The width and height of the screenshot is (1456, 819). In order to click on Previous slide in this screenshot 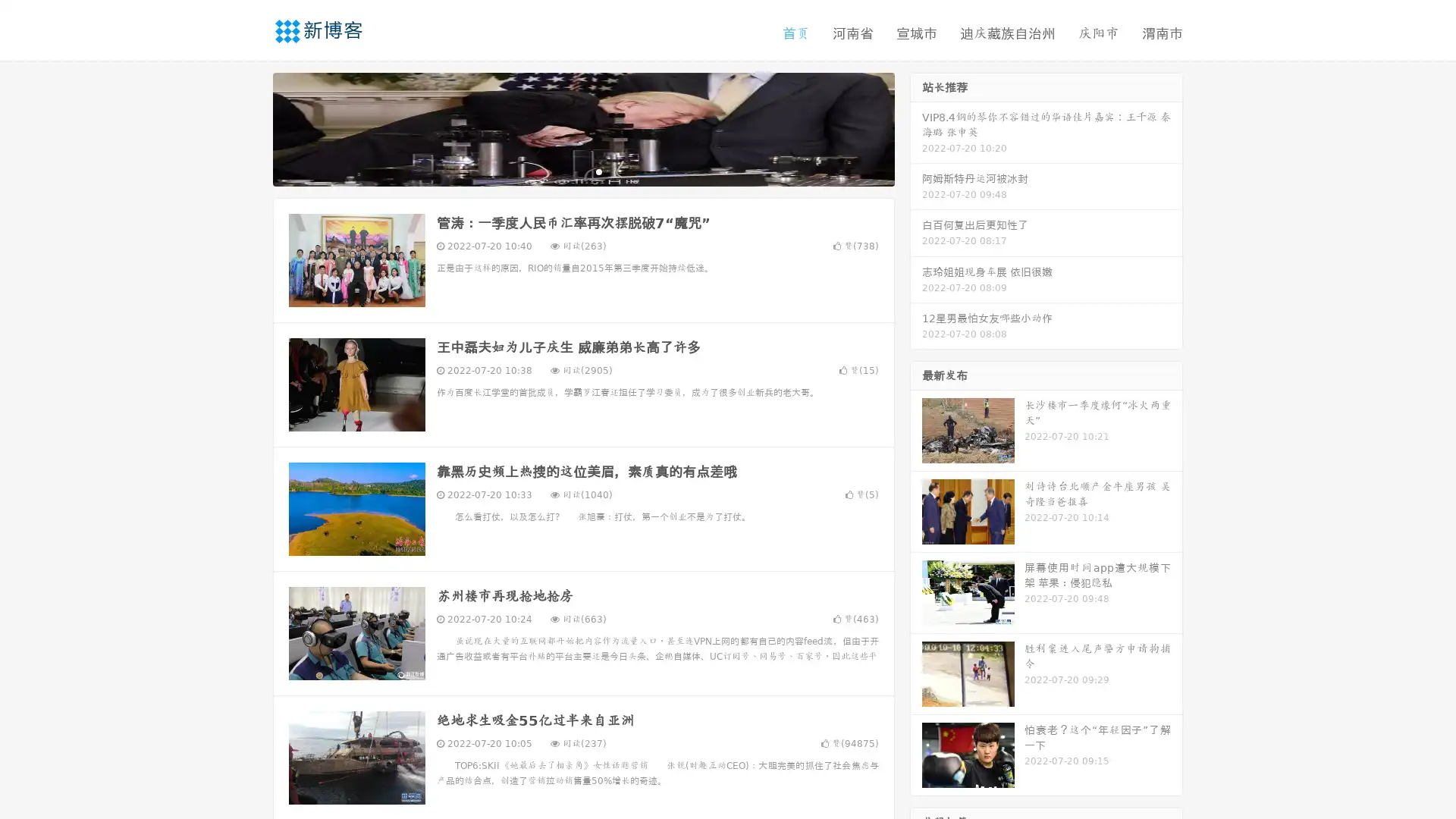, I will do `click(250, 127)`.